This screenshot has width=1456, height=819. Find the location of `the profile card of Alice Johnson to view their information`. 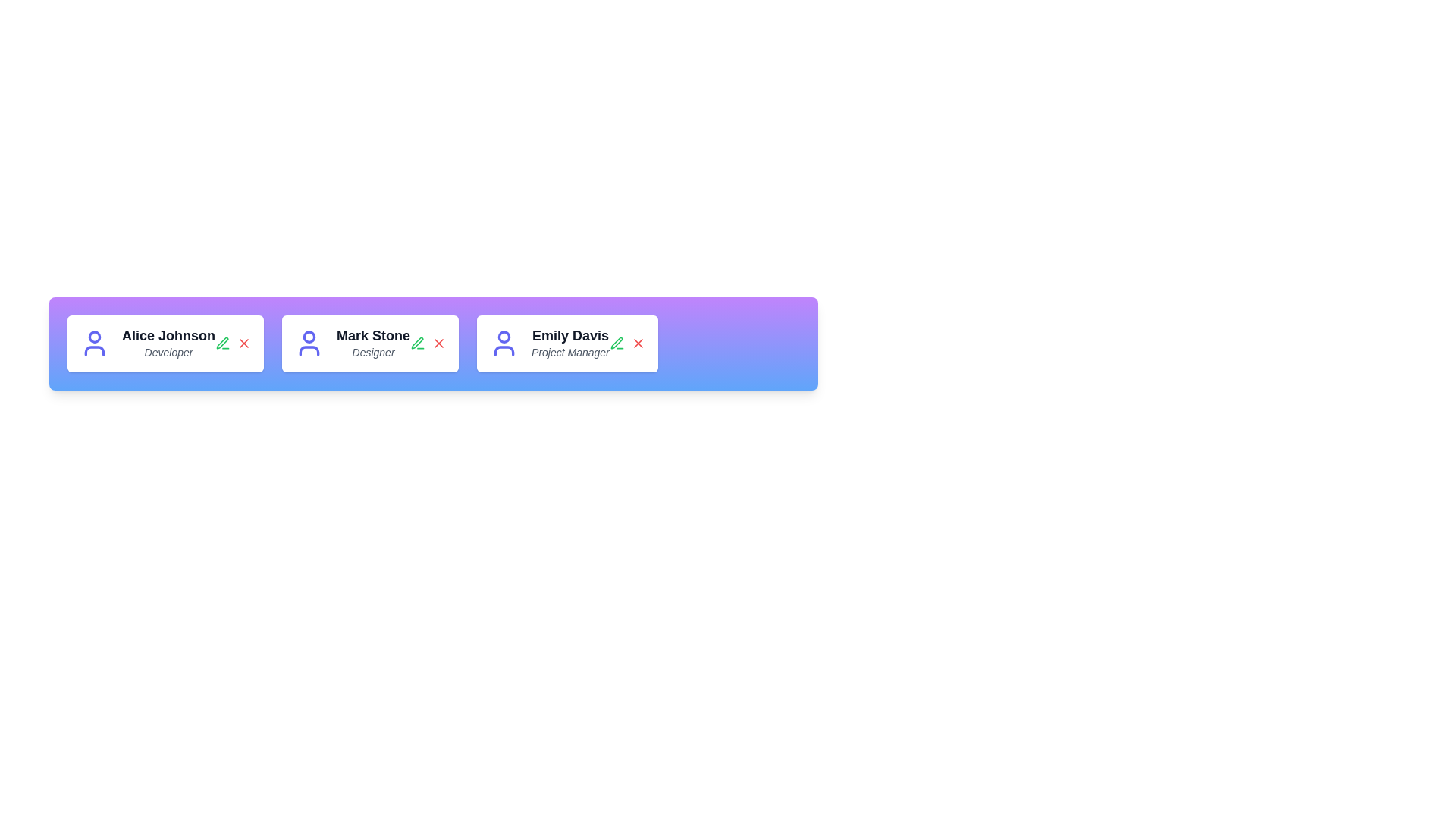

the profile card of Alice Johnson to view their information is located at coordinates (165, 344).